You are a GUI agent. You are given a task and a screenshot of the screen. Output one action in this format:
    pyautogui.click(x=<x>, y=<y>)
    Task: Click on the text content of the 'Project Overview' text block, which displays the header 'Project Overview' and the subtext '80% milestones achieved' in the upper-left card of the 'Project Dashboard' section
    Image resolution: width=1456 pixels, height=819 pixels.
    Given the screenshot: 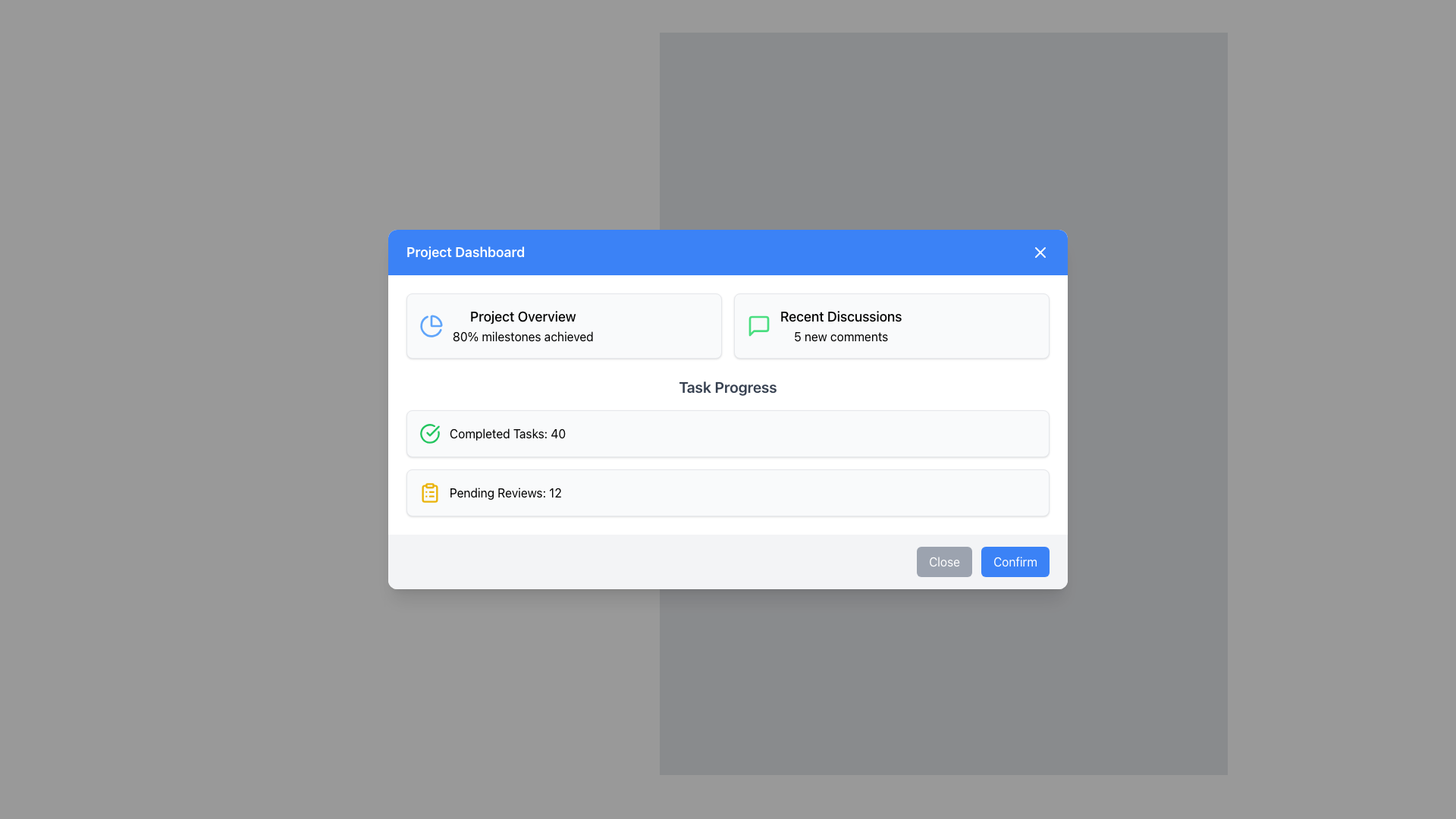 What is the action you would take?
    pyautogui.click(x=522, y=325)
    